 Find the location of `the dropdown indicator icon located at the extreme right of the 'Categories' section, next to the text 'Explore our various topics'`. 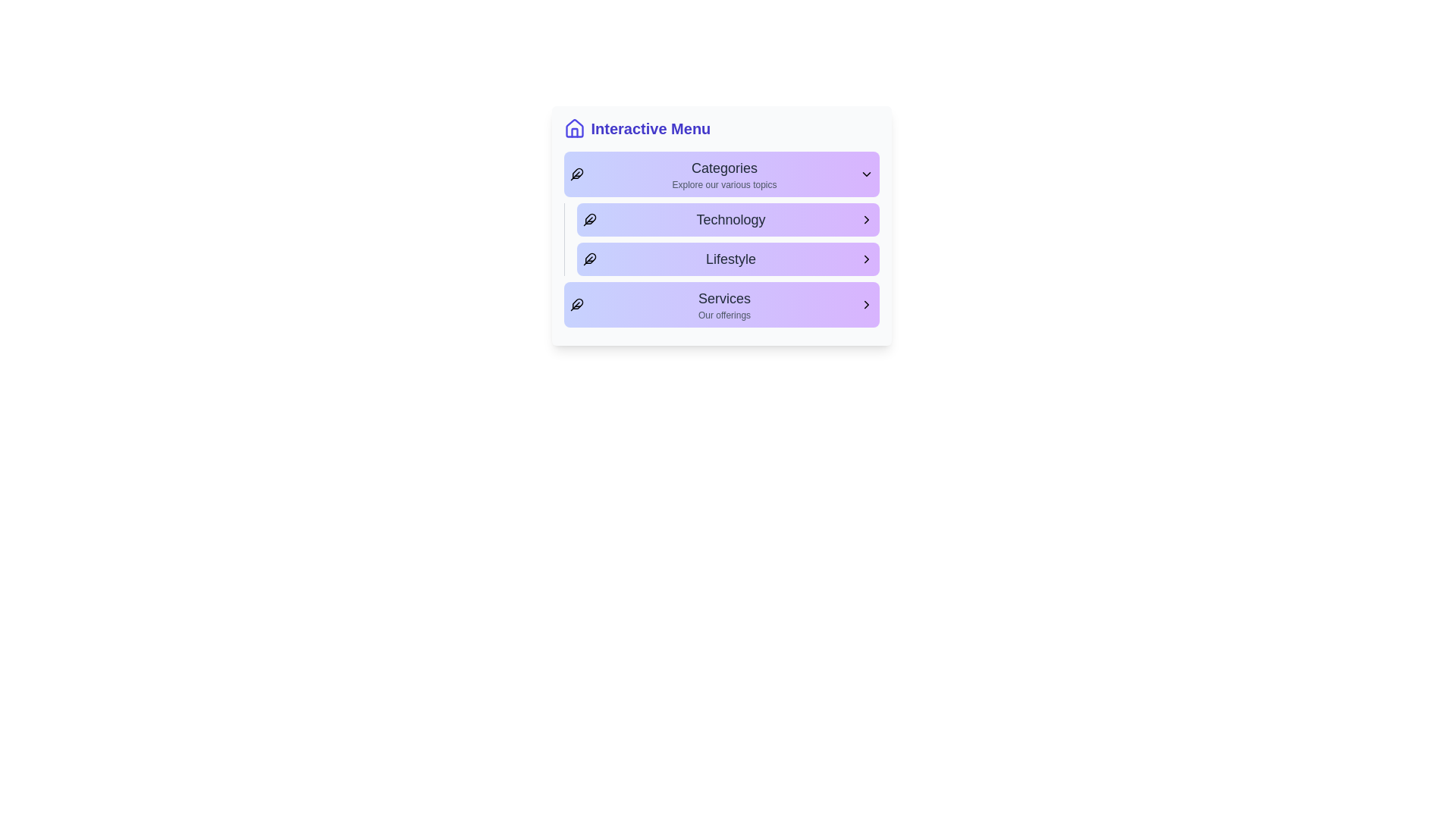

the dropdown indicator icon located at the extreme right of the 'Categories' section, next to the text 'Explore our various topics' is located at coordinates (866, 174).